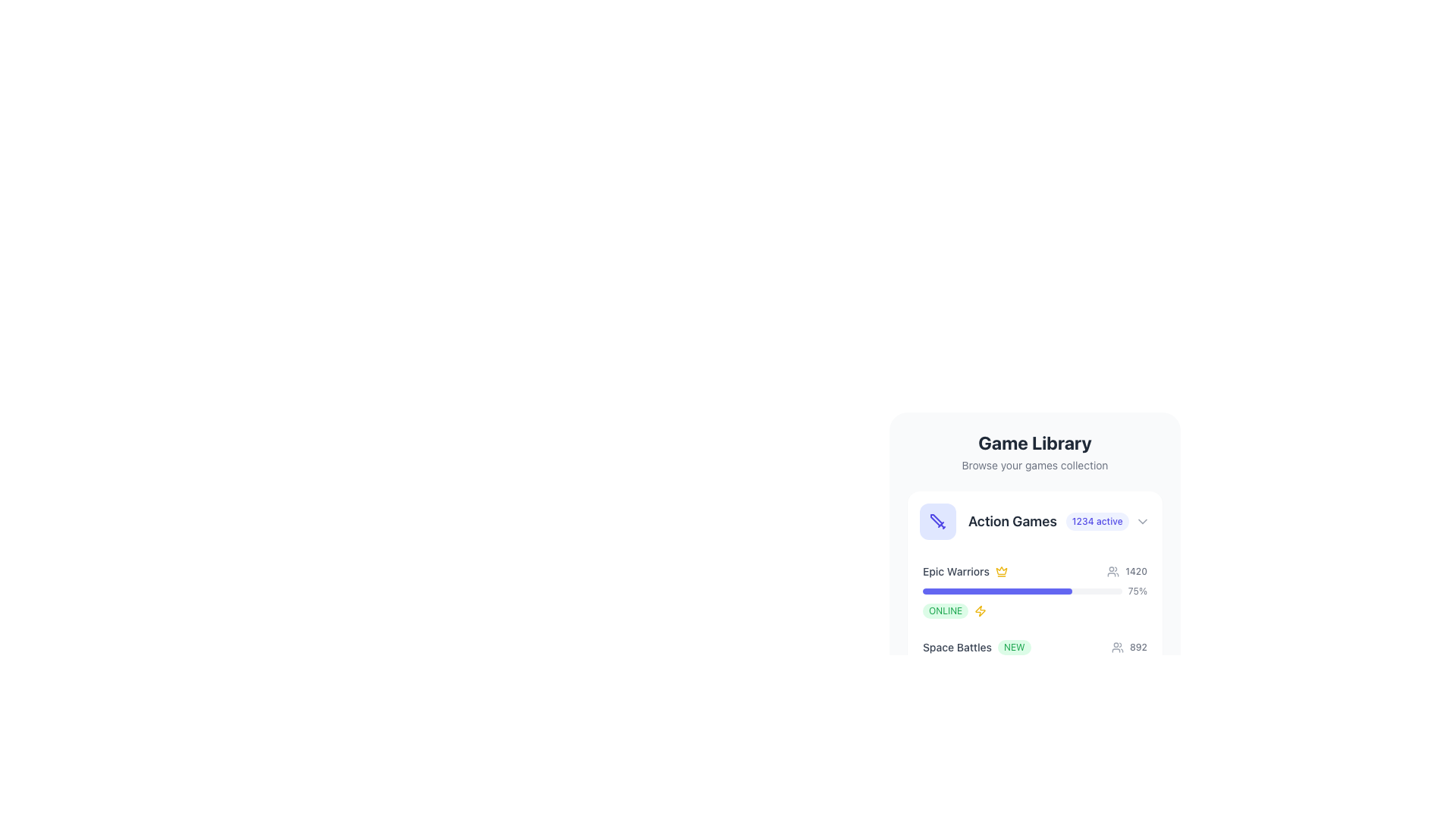 This screenshot has height=819, width=1456. Describe the element at coordinates (1027, 520) in the screenshot. I see `tab navigation` at that location.